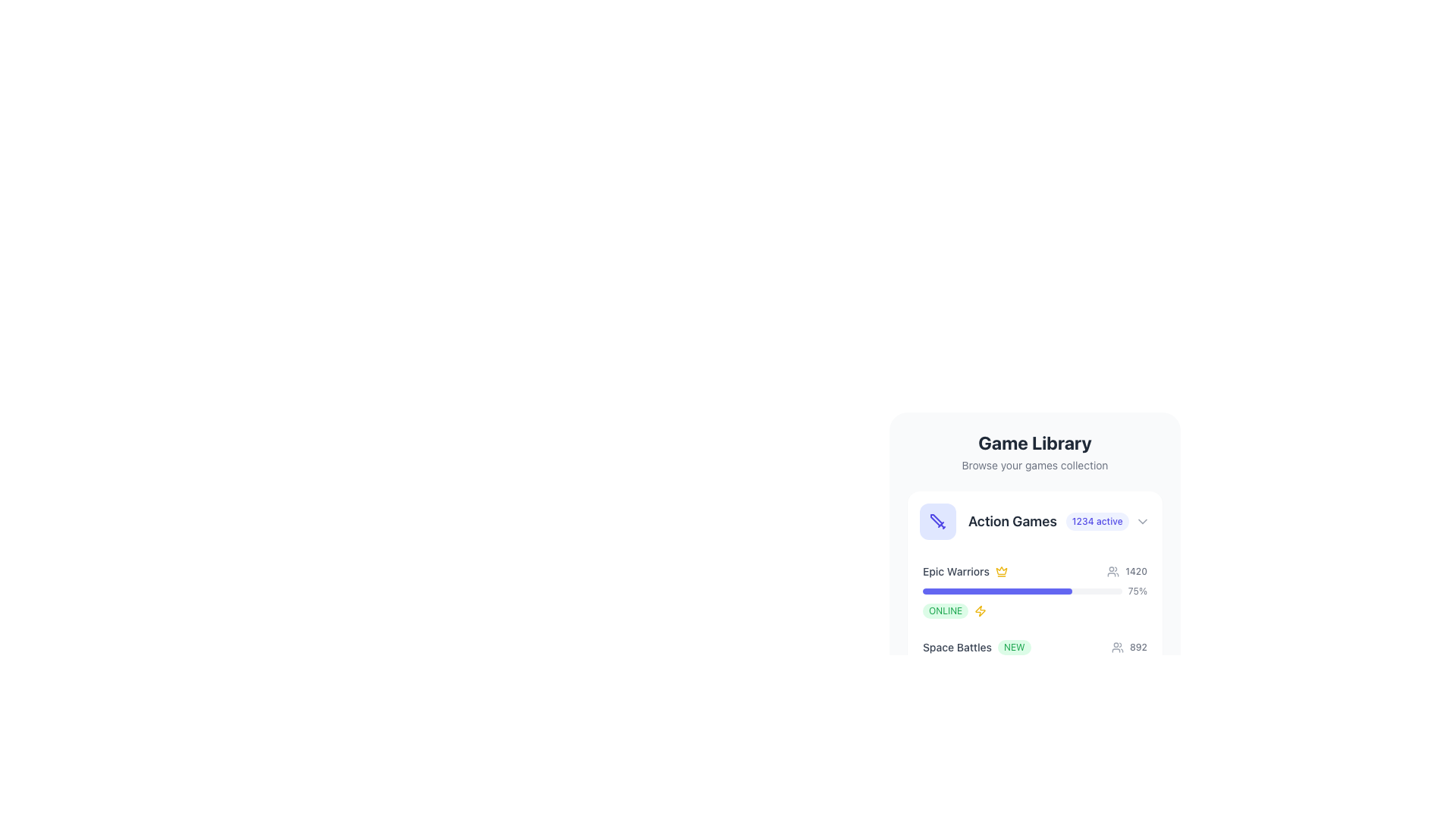 This screenshot has height=819, width=1456. Describe the element at coordinates (1027, 520) in the screenshot. I see `tab navigation` at that location.